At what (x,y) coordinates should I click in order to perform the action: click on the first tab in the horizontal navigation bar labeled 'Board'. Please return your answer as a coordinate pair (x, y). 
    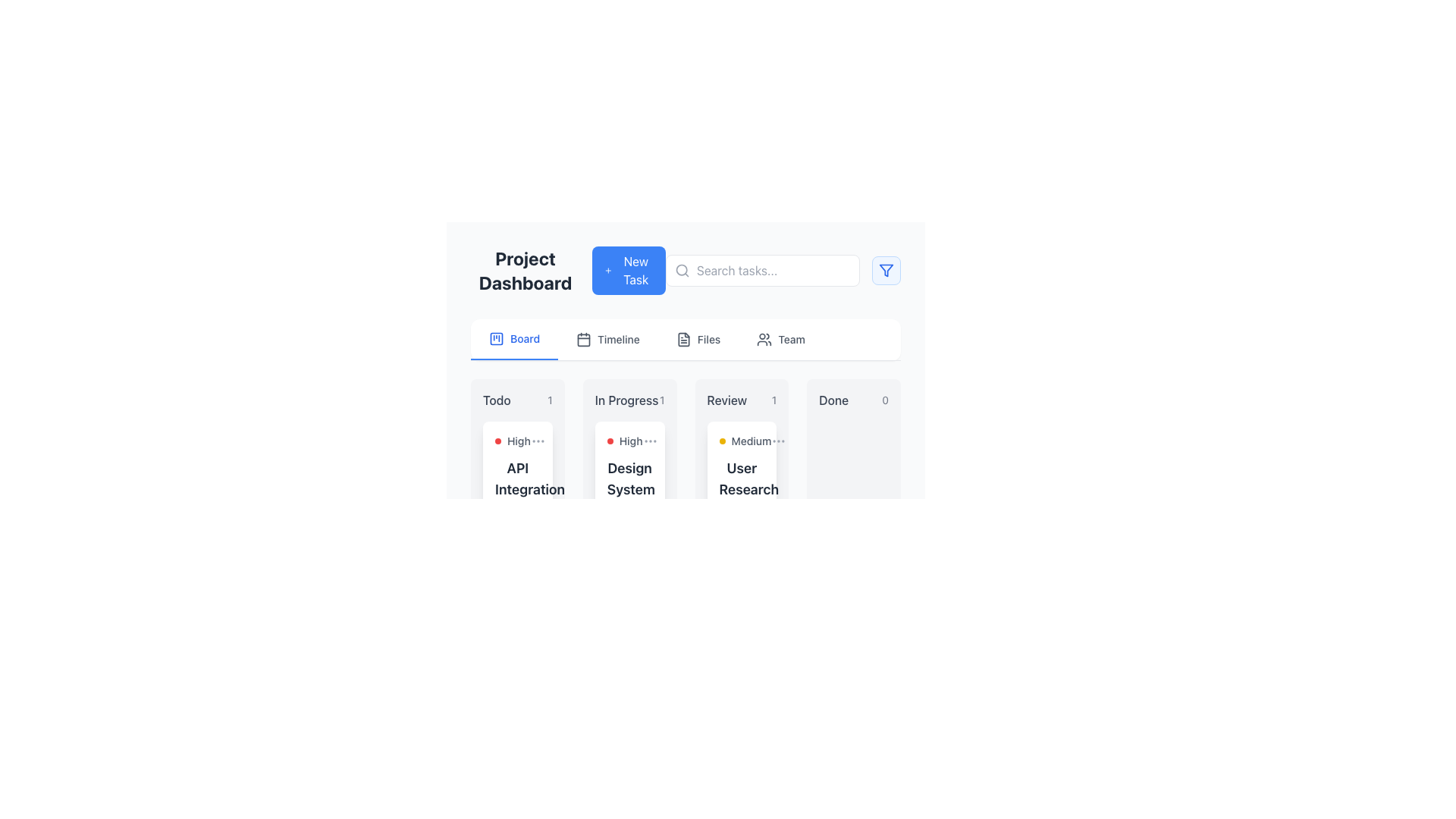
    Looking at the image, I should click on (514, 338).